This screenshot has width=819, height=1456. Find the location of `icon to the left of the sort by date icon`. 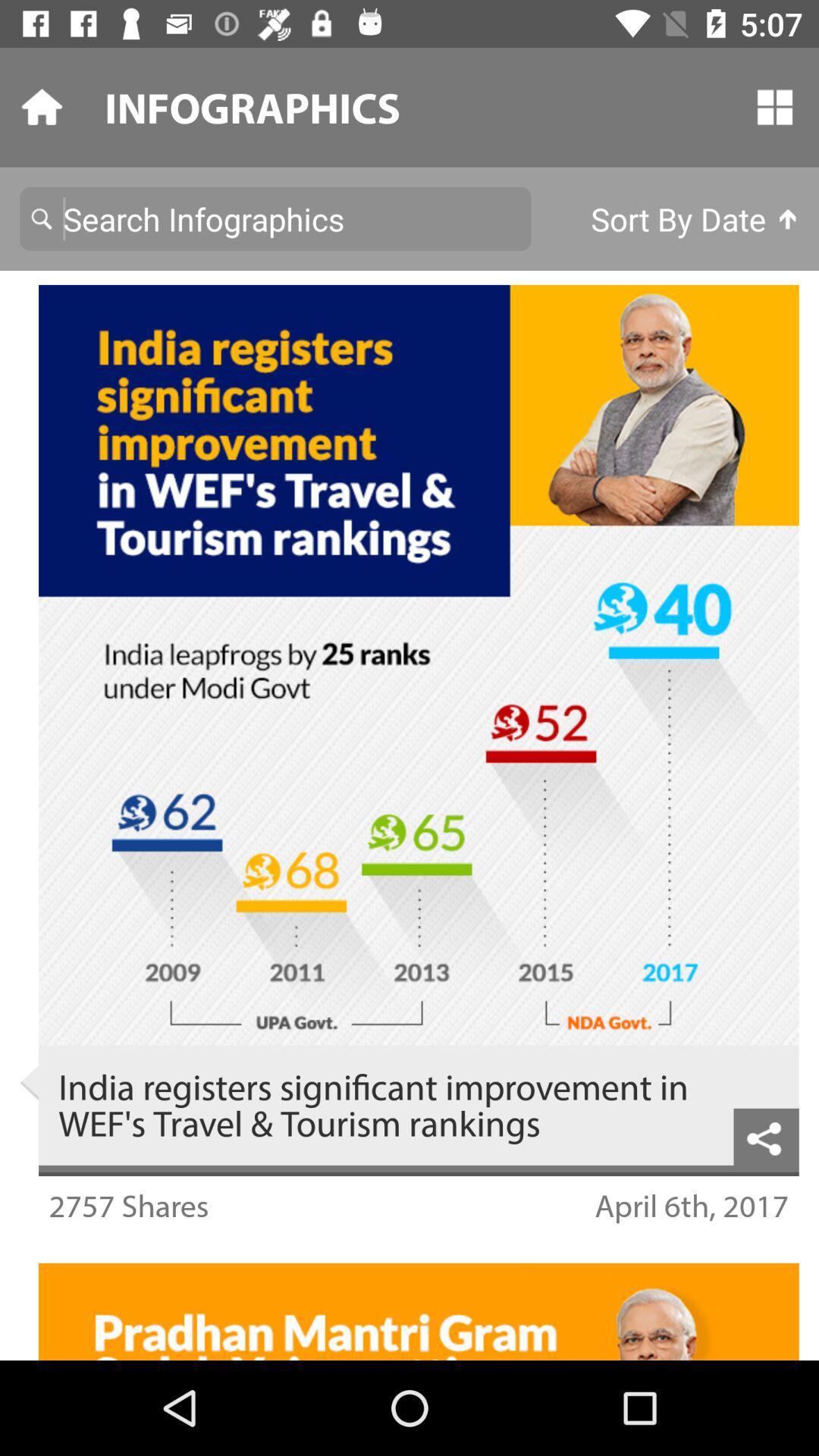

icon to the left of the sort by date icon is located at coordinates (275, 218).